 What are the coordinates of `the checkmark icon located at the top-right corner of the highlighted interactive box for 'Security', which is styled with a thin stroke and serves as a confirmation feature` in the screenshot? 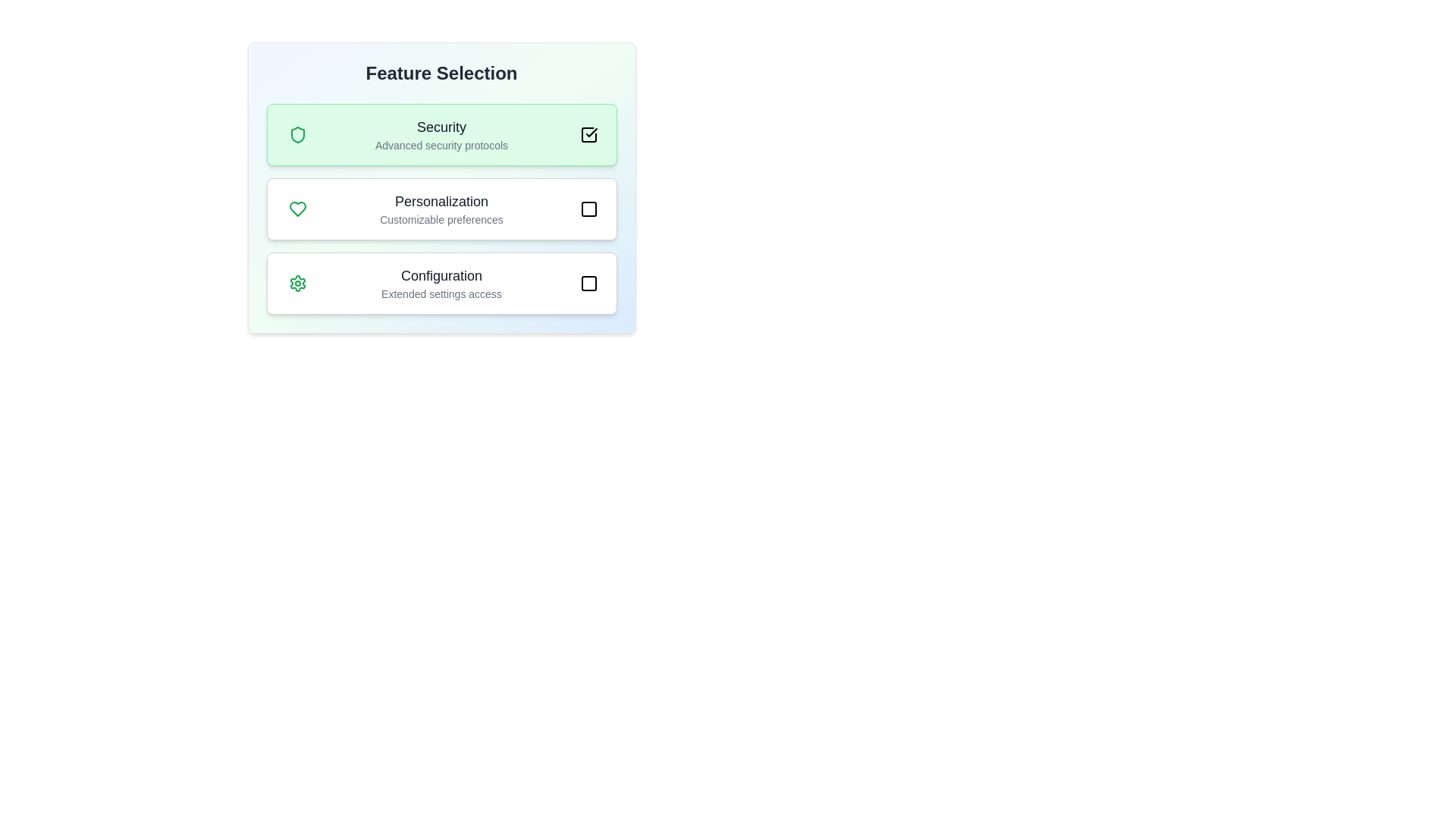 It's located at (590, 131).